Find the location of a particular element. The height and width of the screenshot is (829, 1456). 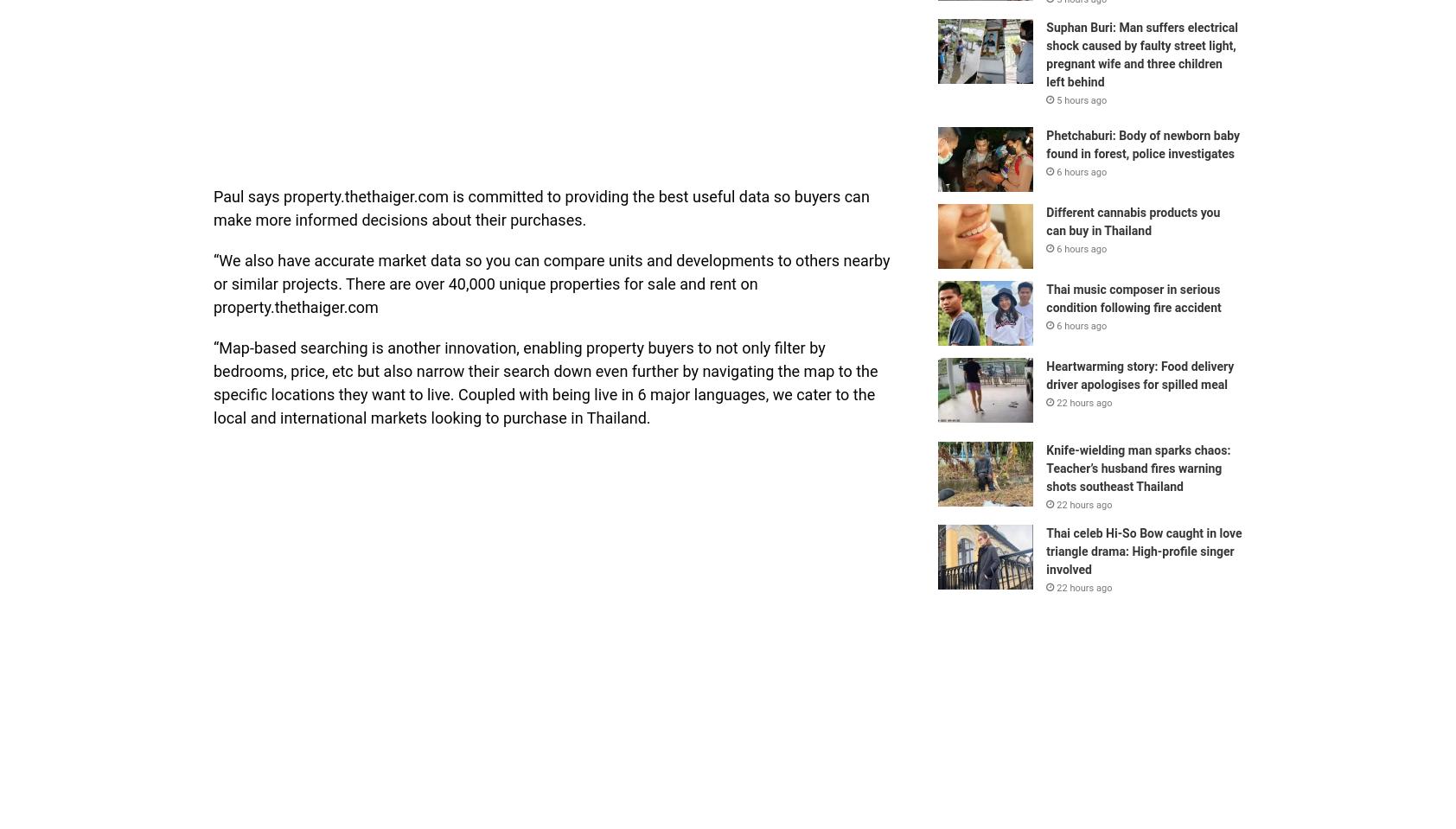

'Knife-wielding man sparks chaos: Teacher’s husband fires warning shots southeast Thailand' is located at coordinates (1137, 467).